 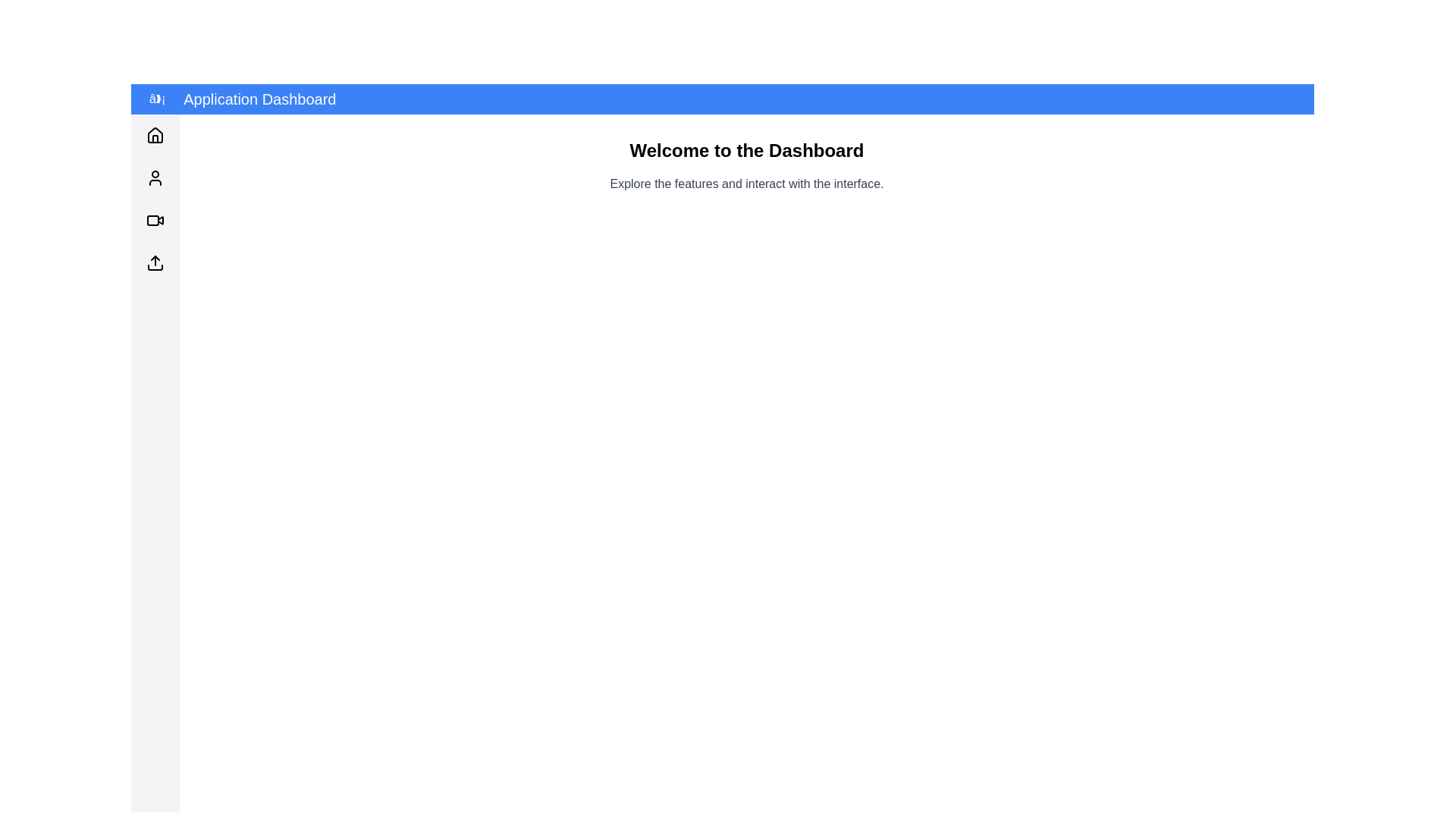 What do you see at coordinates (155, 177) in the screenshot?
I see `the user profile SVG icon in the sidebar` at bounding box center [155, 177].